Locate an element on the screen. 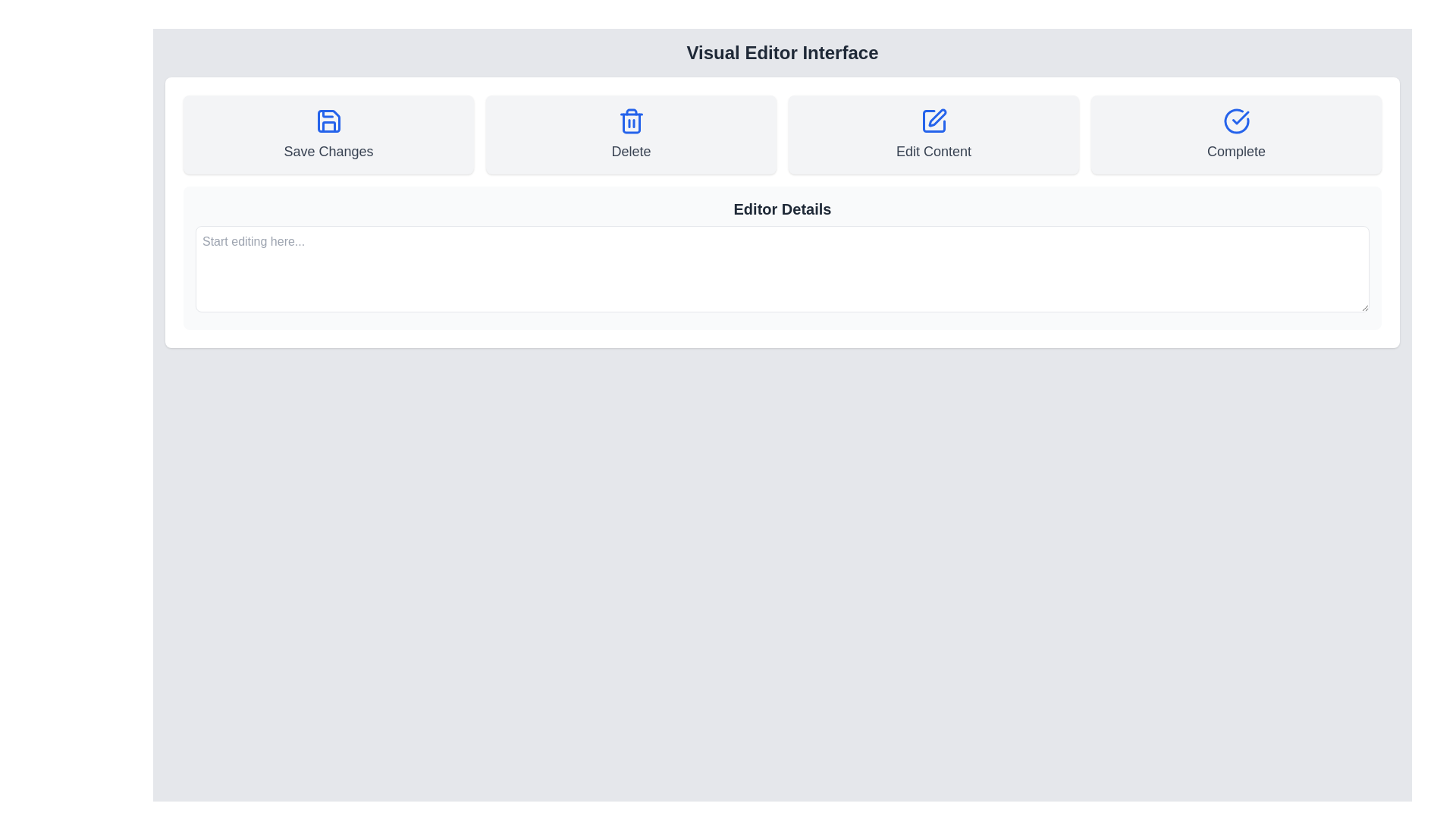  the 'Complete' button located in the upper-right corner of the interface, which has a light gray background and a blue circular checkmark icon above the text 'Complete' is located at coordinates (1236, 133).